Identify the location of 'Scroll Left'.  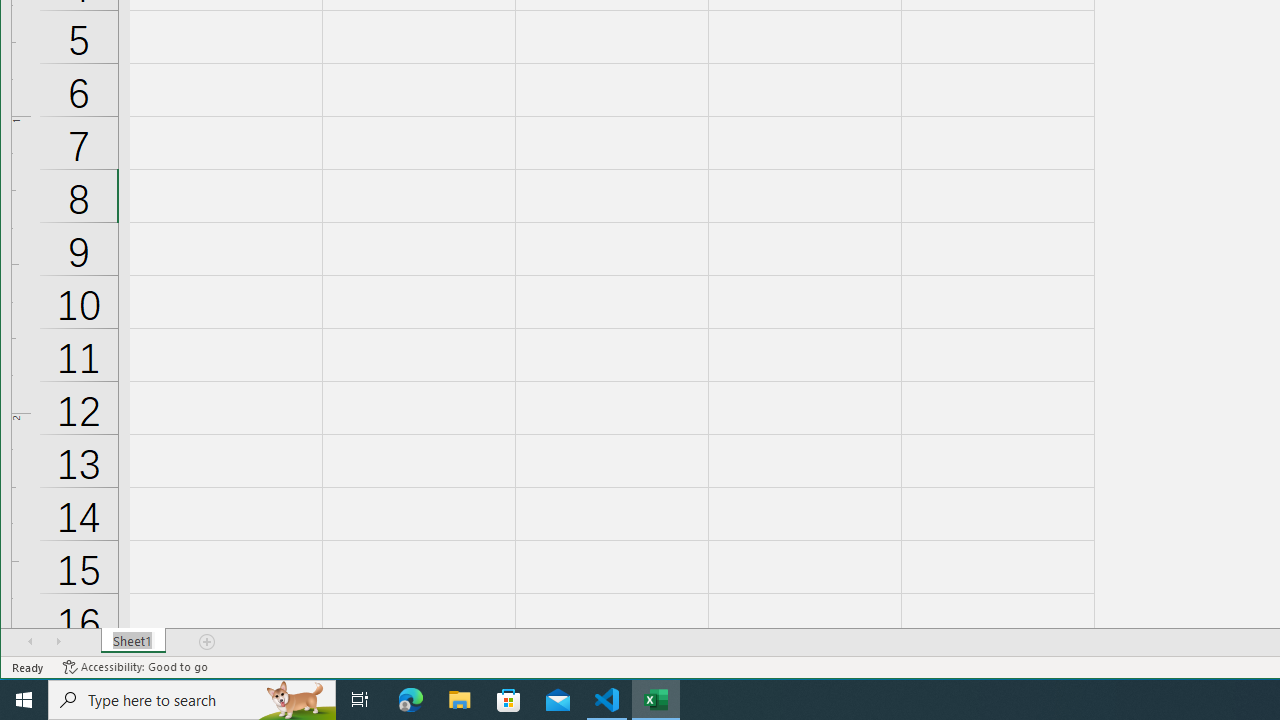
(30, 641).